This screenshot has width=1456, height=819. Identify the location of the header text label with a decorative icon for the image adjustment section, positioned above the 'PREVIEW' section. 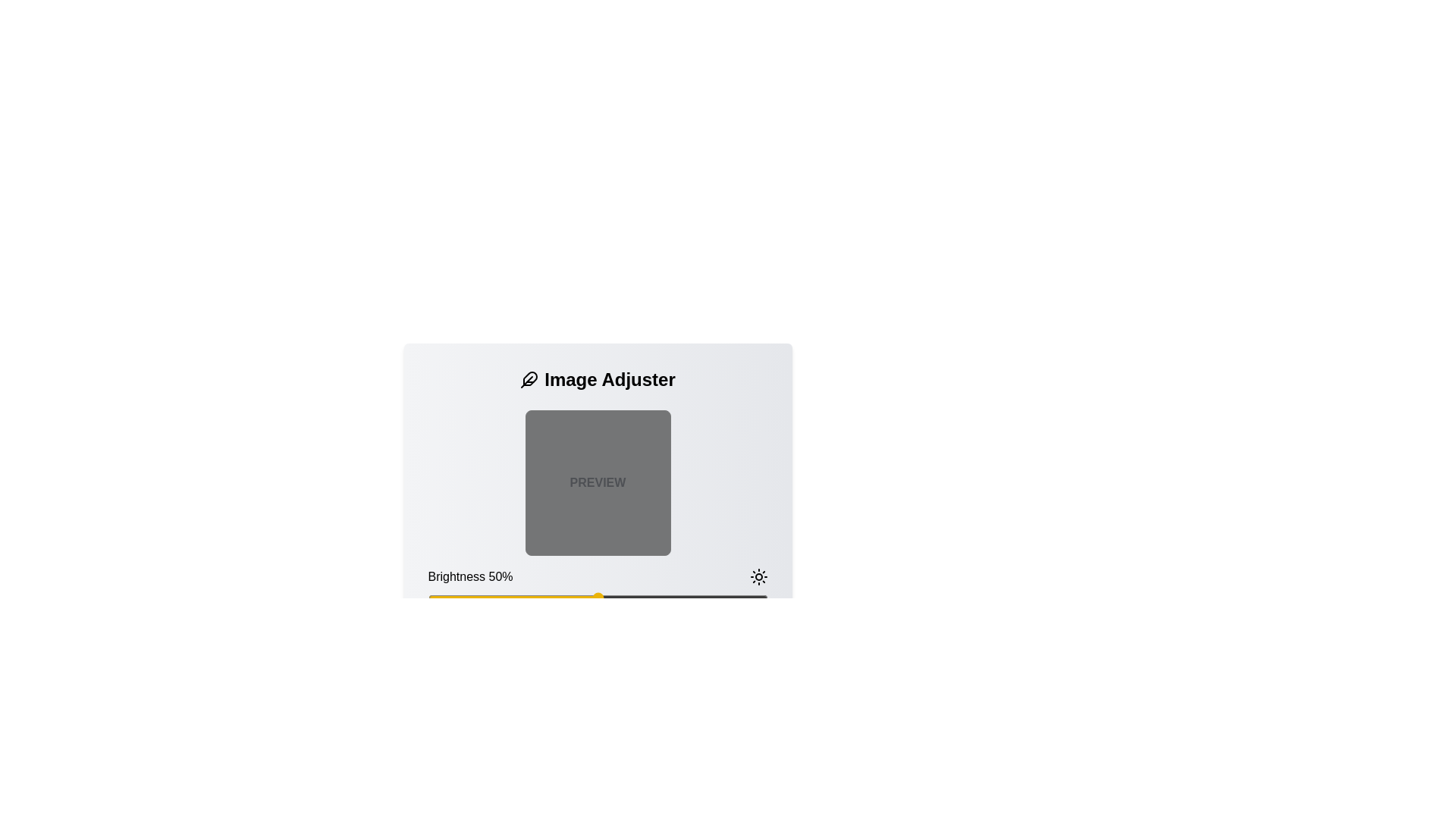
(597, 379).